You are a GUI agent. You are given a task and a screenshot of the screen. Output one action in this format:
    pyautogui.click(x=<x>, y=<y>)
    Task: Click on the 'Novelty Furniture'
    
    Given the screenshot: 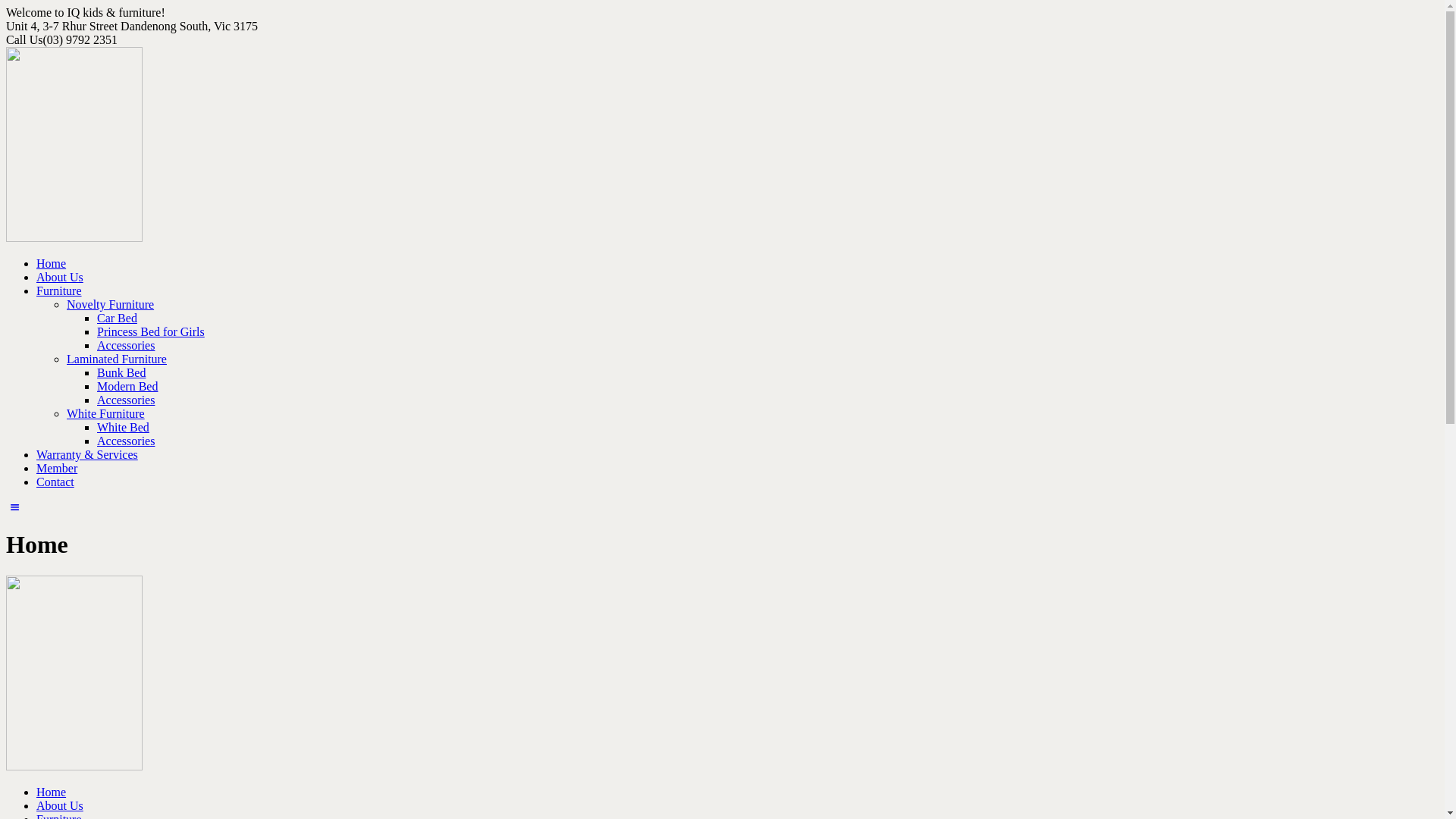 What is the action you would take?
    pyautogui.click(x=65, y=304)
    